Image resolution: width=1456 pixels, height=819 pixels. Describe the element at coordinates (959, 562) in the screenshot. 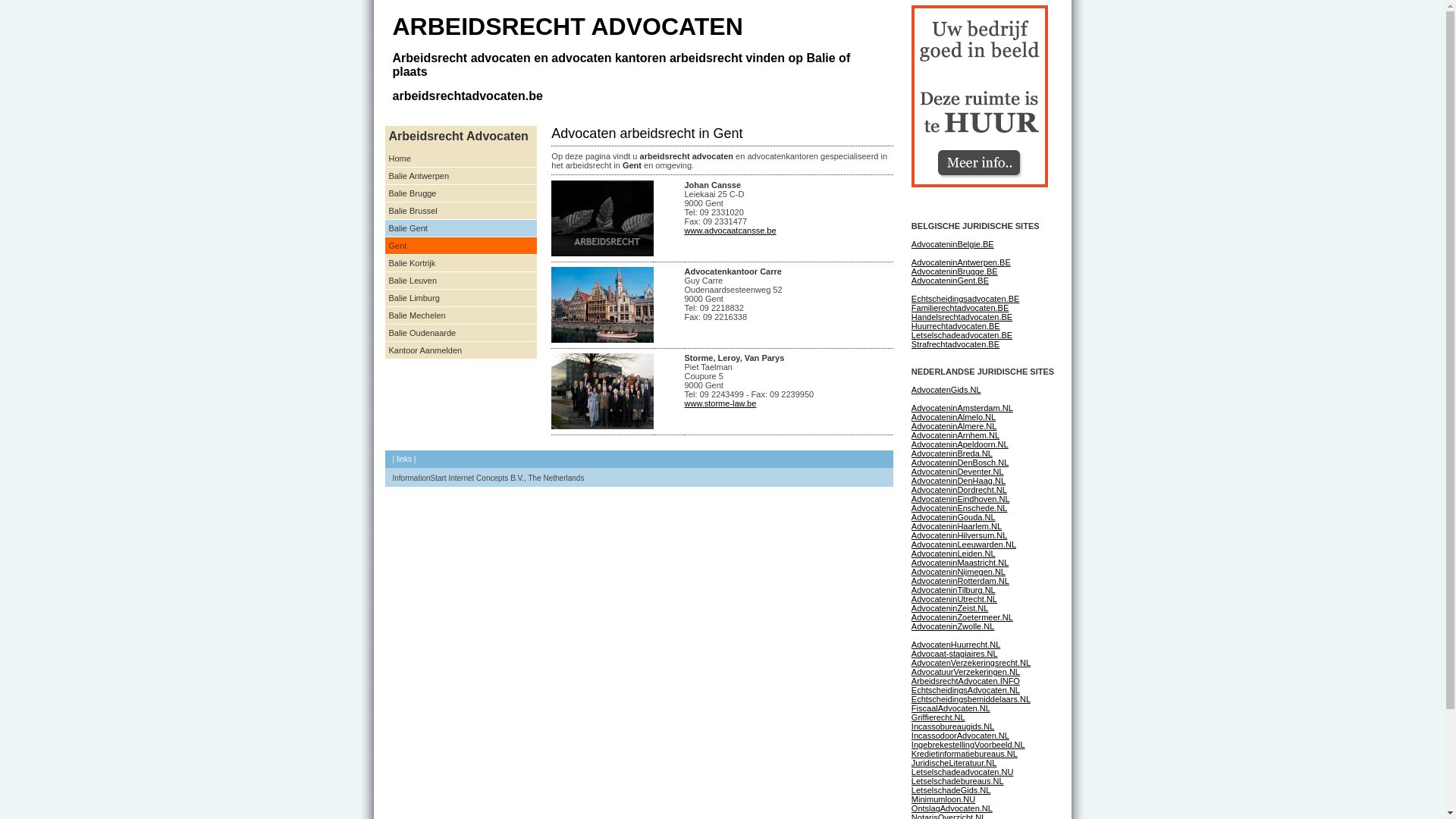

I see `'AdvocateninMaastricht.NL'` at that location.